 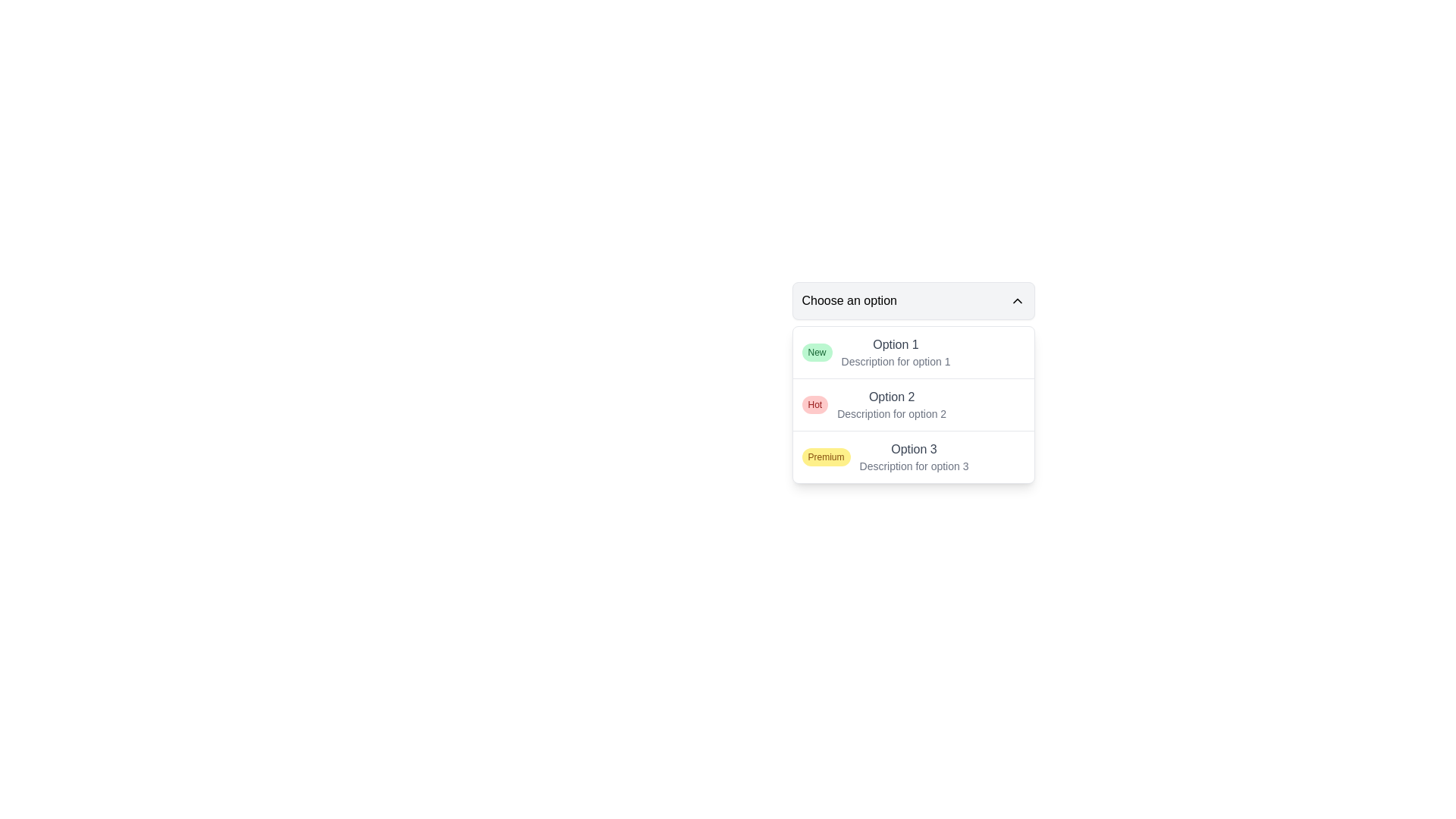 What do you see at coordinates (912, 353) in the screenshot?
I see `the first list item with a green badge labeled 'New', bold main text 'Option 1', and smaller descriptive text 'Description for option 1'` at bounding box center [912, 353].